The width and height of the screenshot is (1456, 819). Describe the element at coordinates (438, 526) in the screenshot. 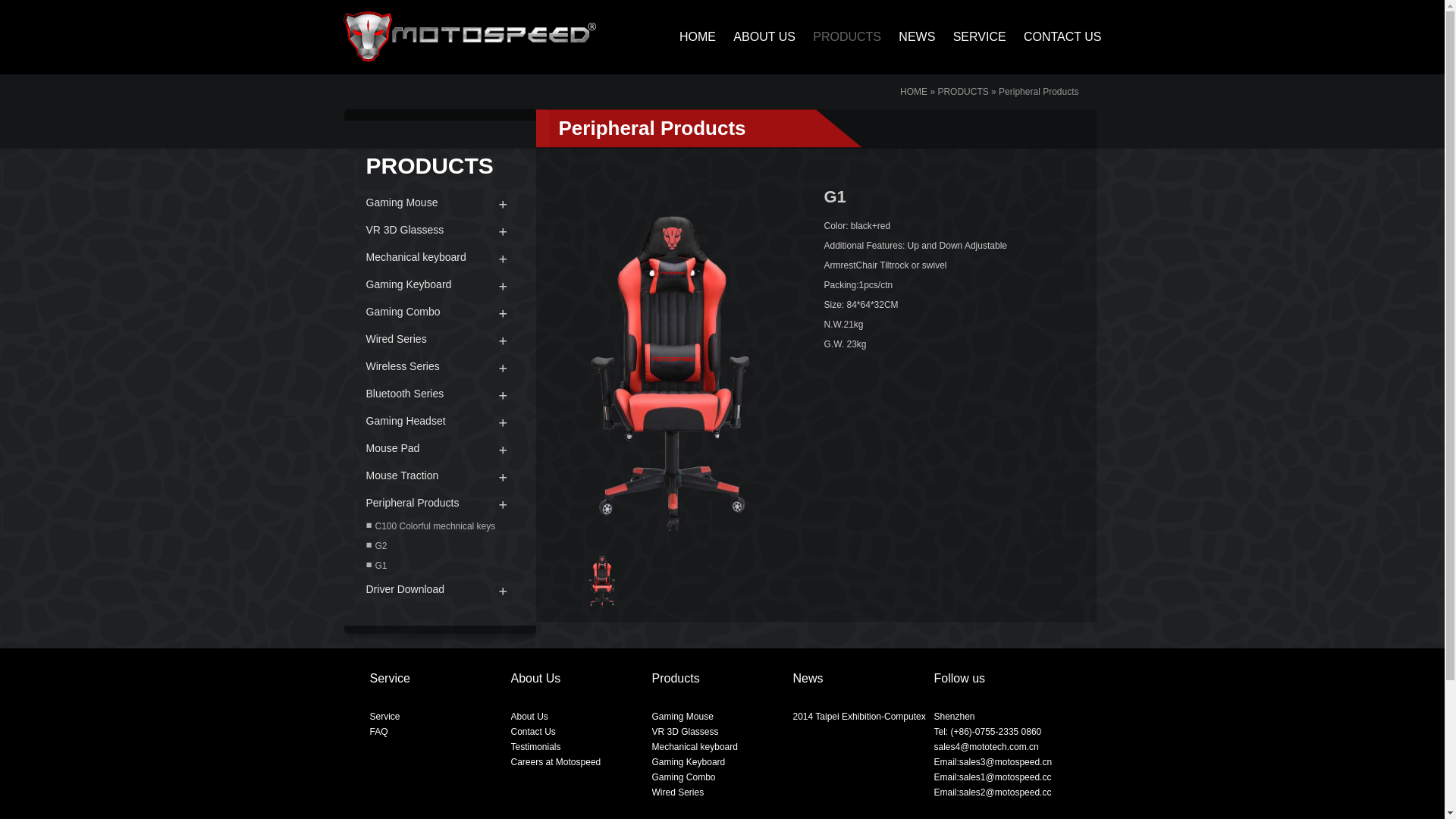

I see `'C100 Colorful mechnical keys'` at that location.